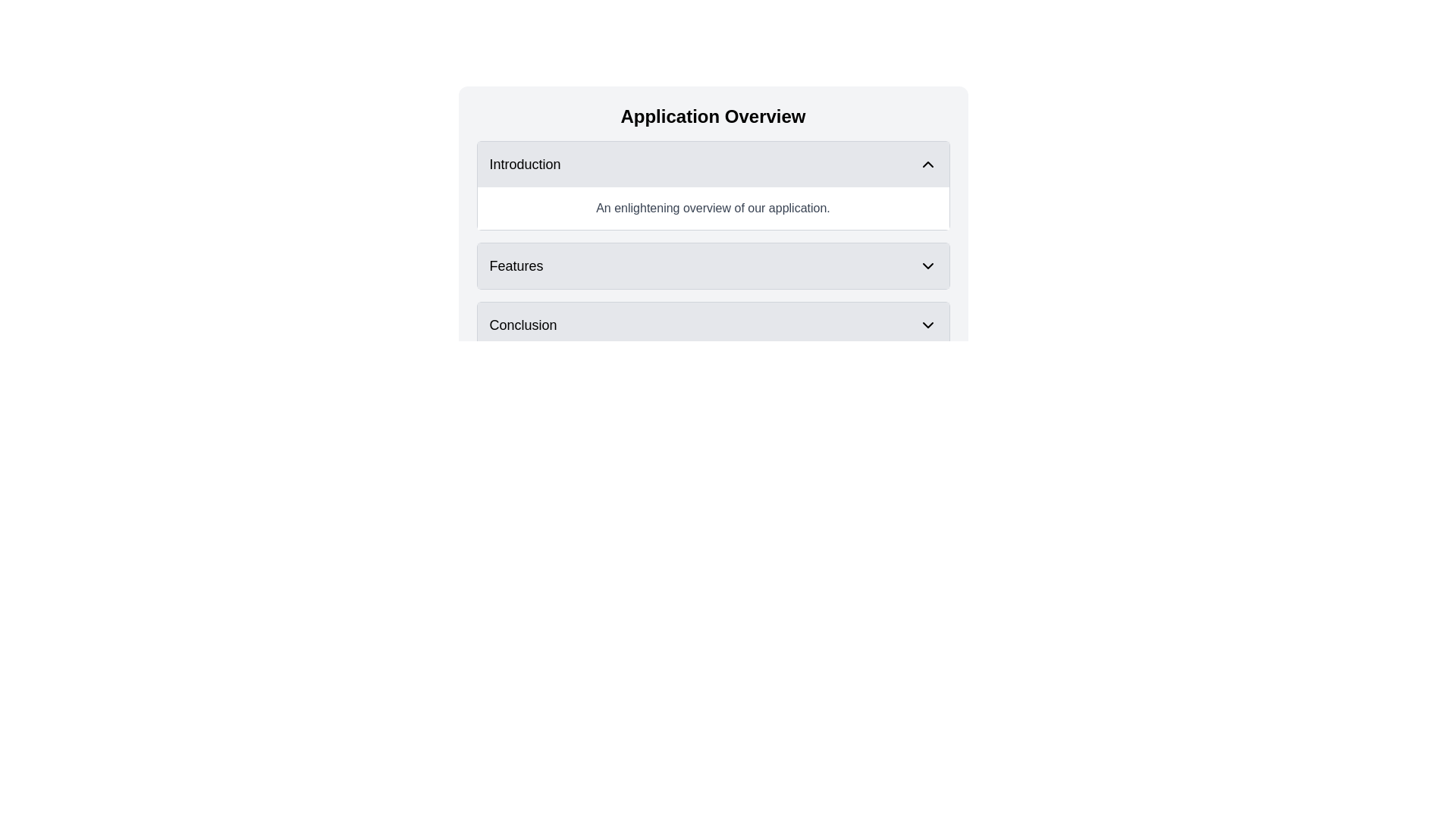 This screenshot has height=819, width=1456. I want to click on the static text label titled 'Conclusion' located in the bottom section of the list layout under 'Application Overview', so click(523, 324).